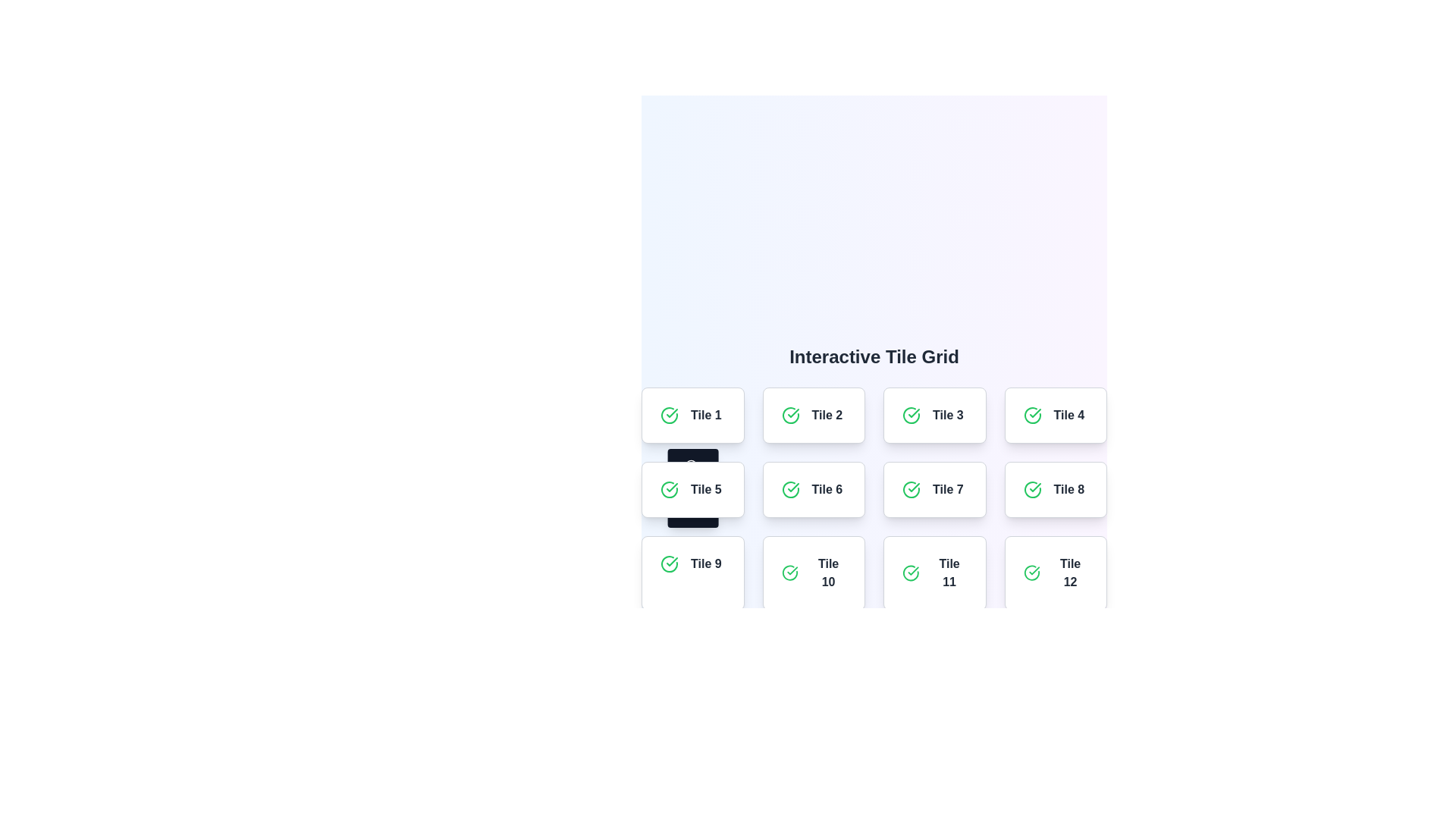 Image resolution: width=1456 pixels, height=819 pixels. Describe the element at coordinates (1031, 489) in the screenshot. I see `the status represented by the Graphical Icon (SVG) associated with 'Tile 8', which is part of a circular icon structure featuring a checkmark` at that location.